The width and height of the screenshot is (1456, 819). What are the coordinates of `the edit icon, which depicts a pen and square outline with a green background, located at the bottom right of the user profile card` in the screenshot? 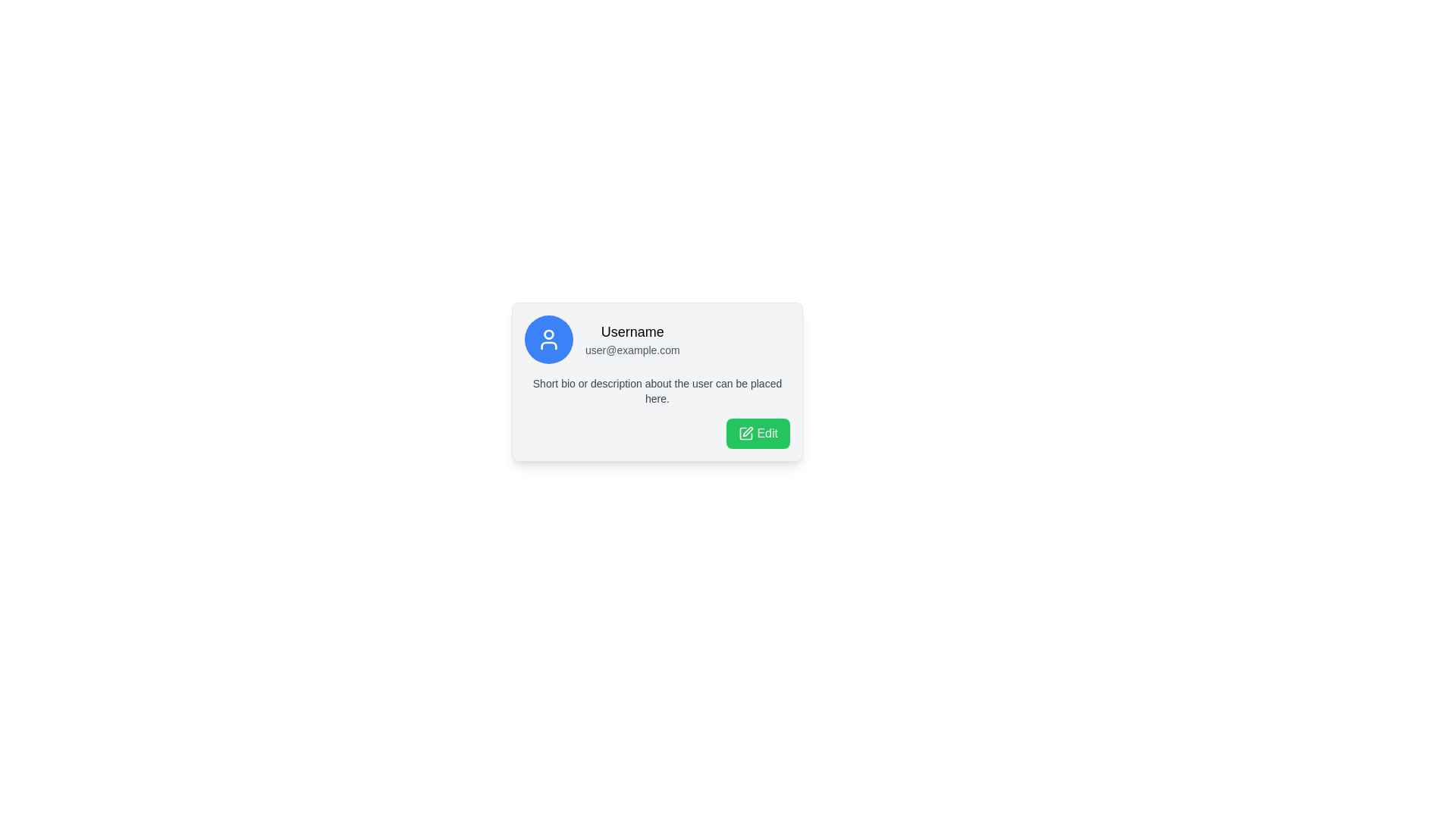 It's located at (746, 433).